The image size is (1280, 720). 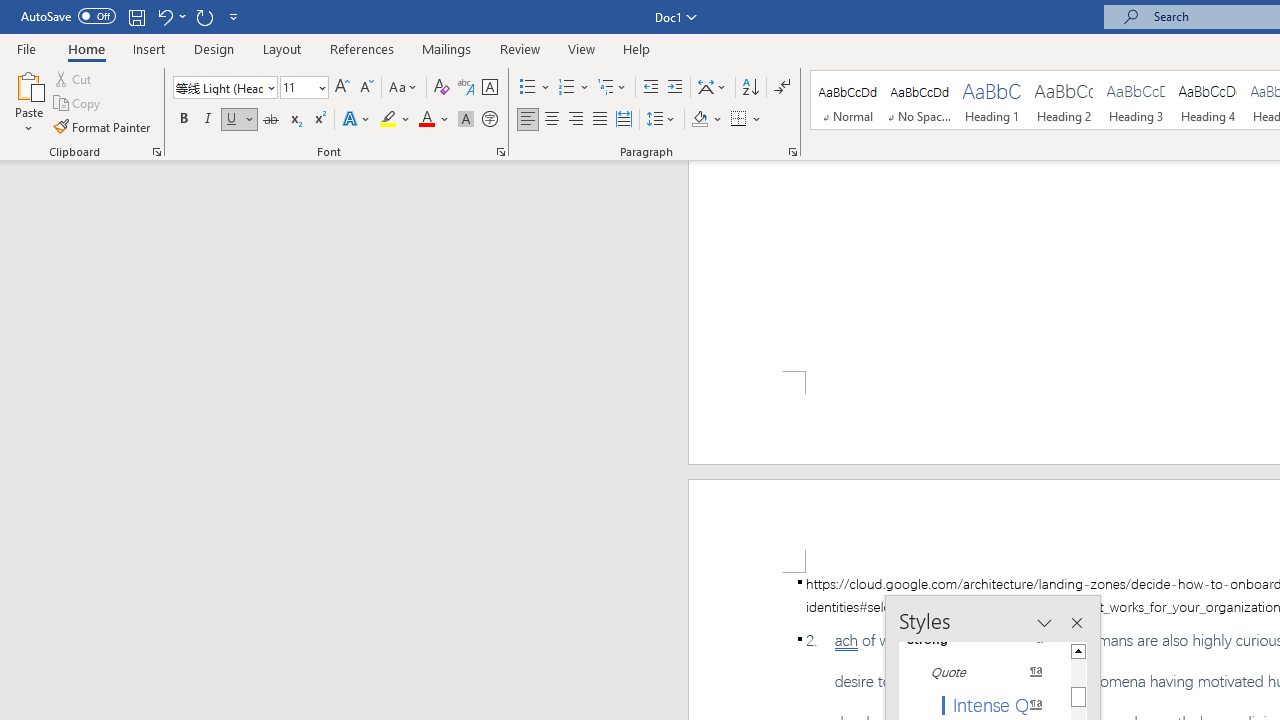 What do you see at coordinates (791, 150) in the screenshot?
I see `'Paragraph...'` at bounding box center [791, 150].